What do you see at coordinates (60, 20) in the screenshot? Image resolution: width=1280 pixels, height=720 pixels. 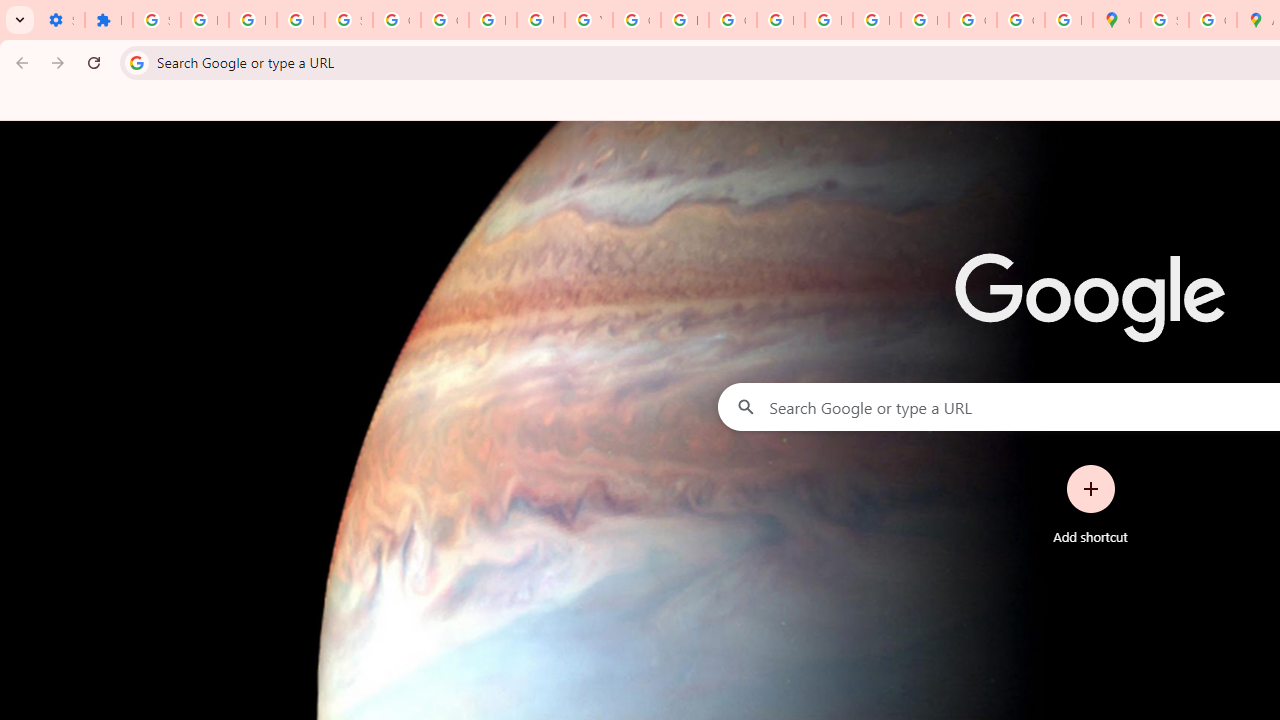 I see `'Settings - On startup'` at bounding box center [60, 20].